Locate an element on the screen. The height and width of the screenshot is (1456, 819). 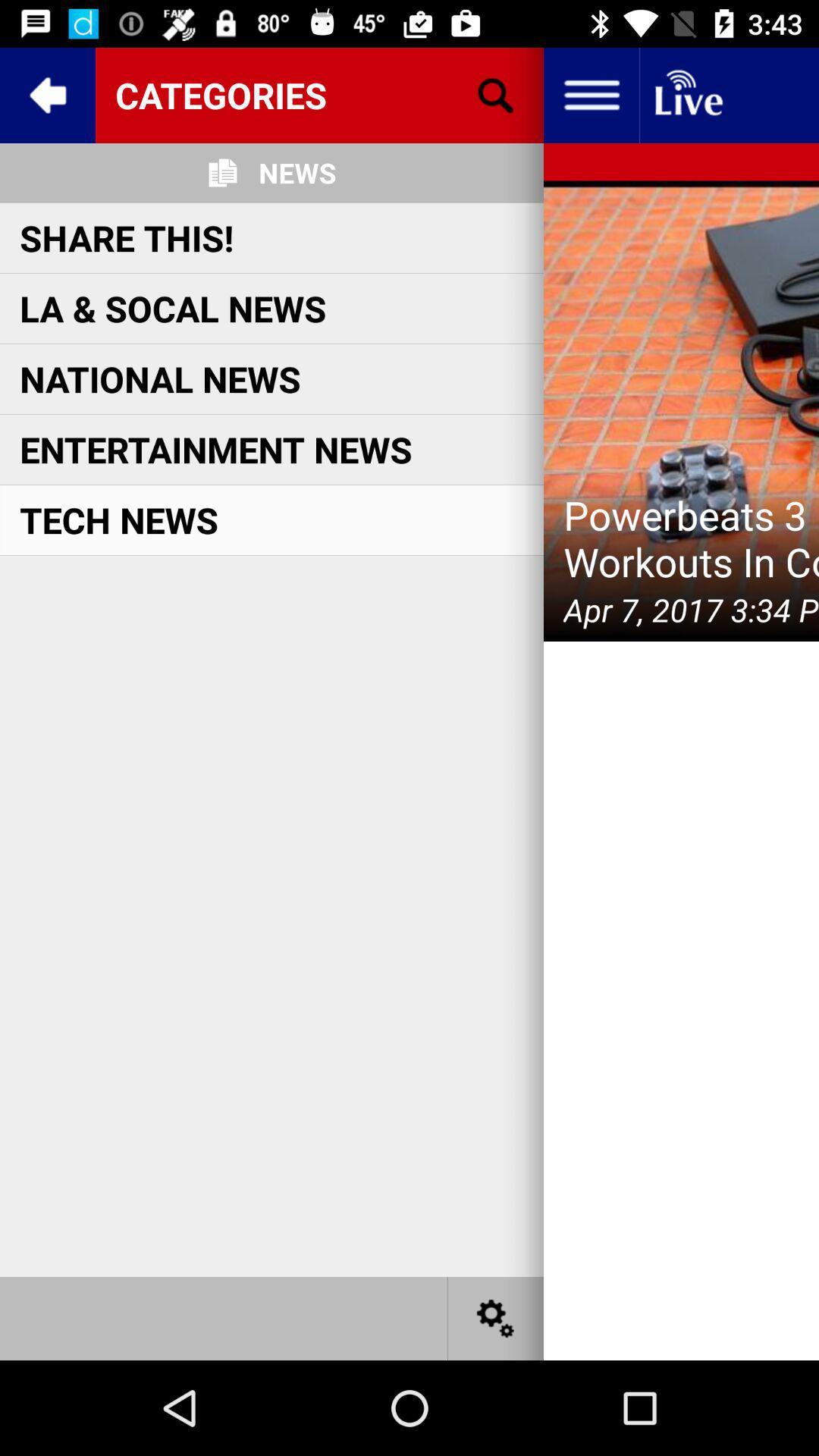
icon next to the tech news icon is located at coordinates (691, 538).